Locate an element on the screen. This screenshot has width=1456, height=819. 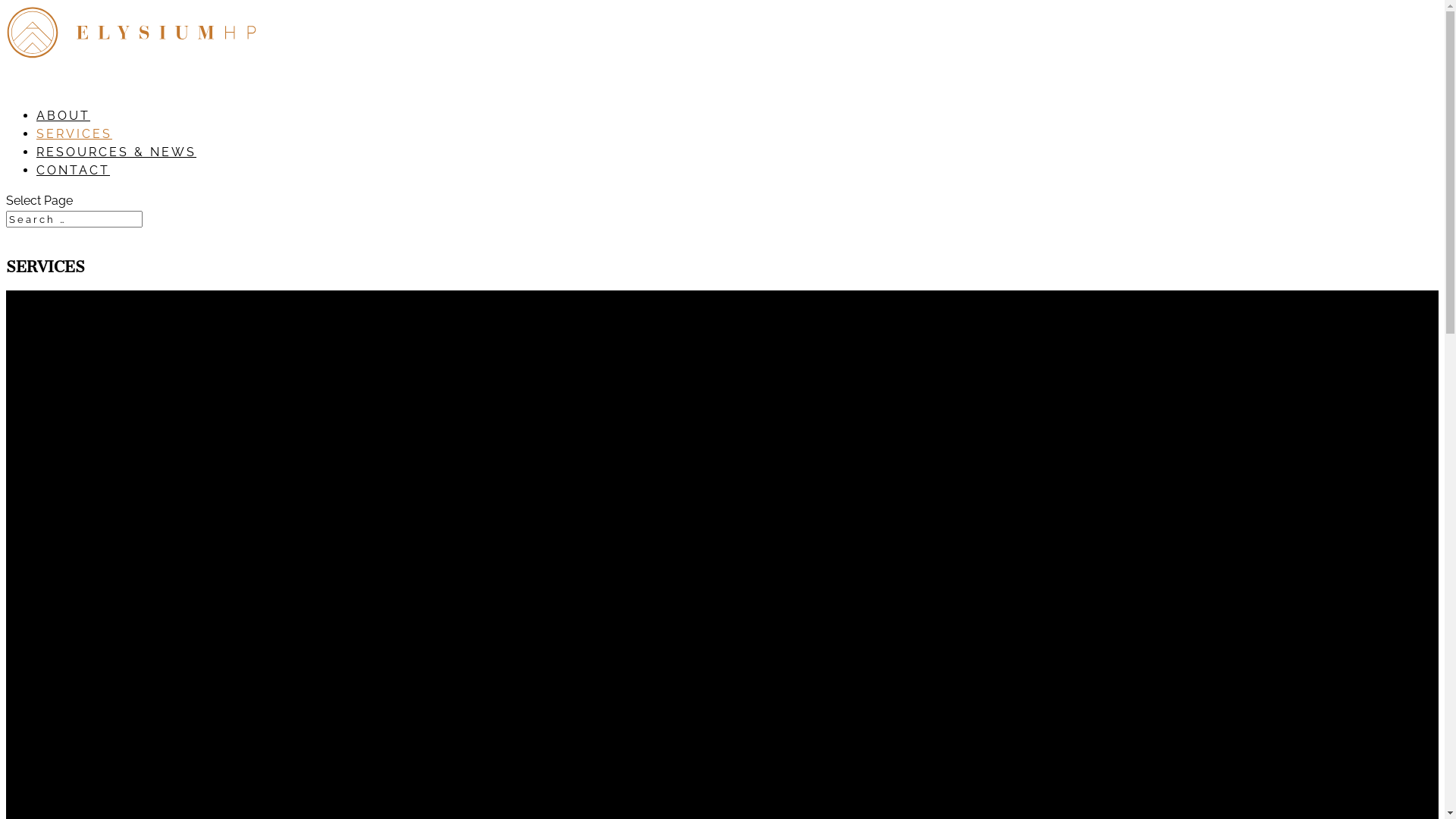
'SERVICES' is located at coordinates (73, 149).